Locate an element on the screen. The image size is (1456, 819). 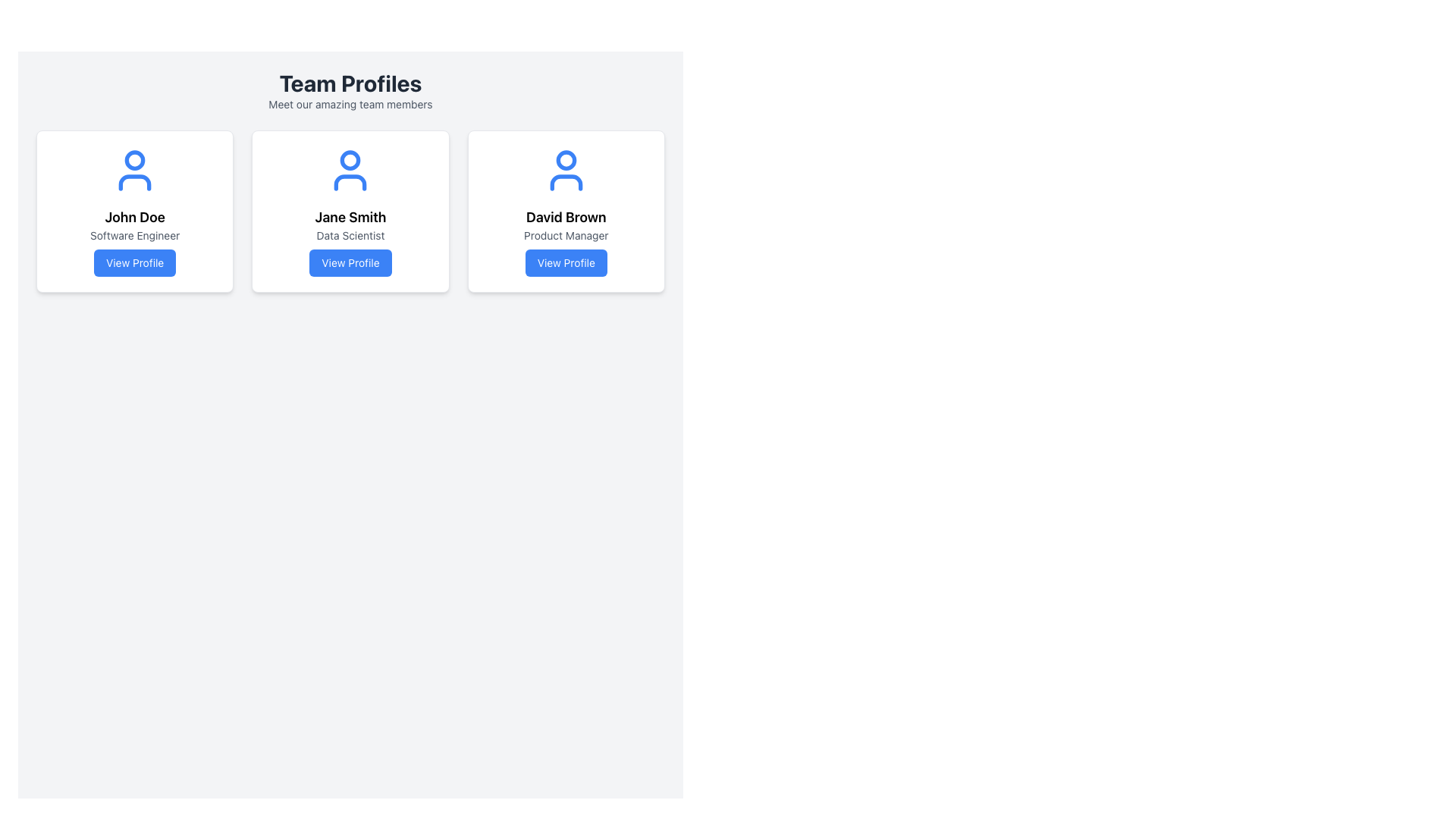
the lower half of the person icon representing the user profile for 'David Brown', which is styled with a blue stroke and located centrally within the profile card is located at coordinates (565, 181).